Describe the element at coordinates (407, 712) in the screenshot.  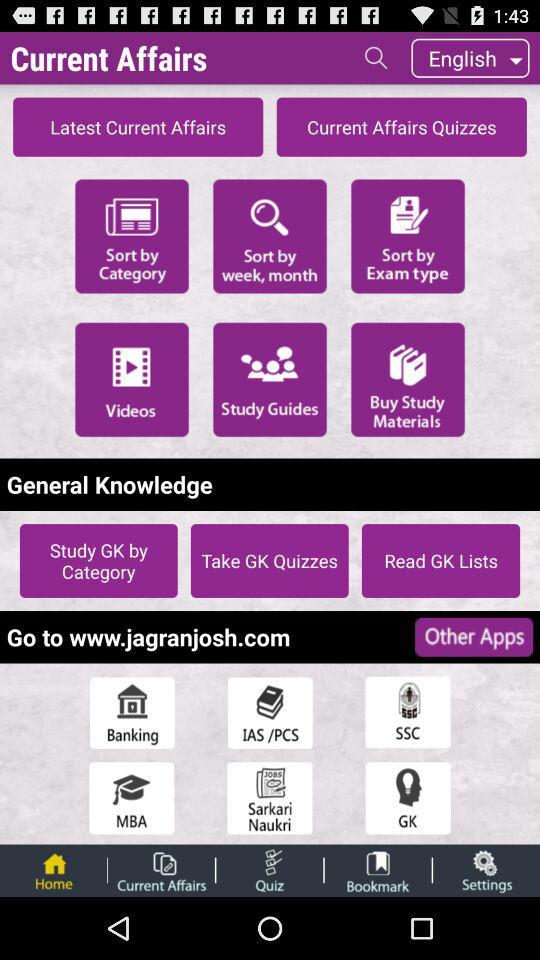
I see `open app location` at that location.